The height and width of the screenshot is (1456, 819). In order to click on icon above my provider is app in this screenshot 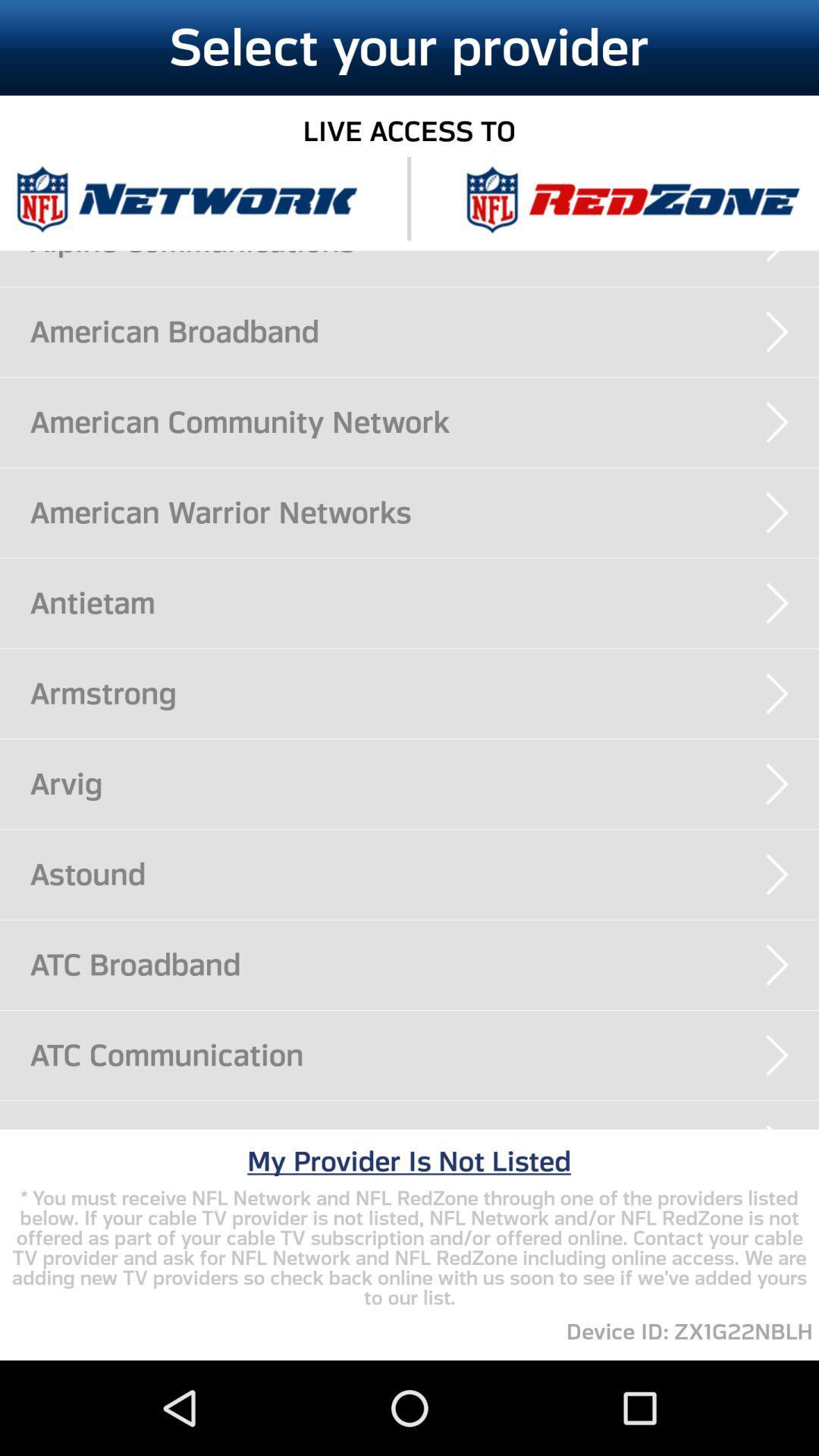, I will do `click(424, 1129)`.